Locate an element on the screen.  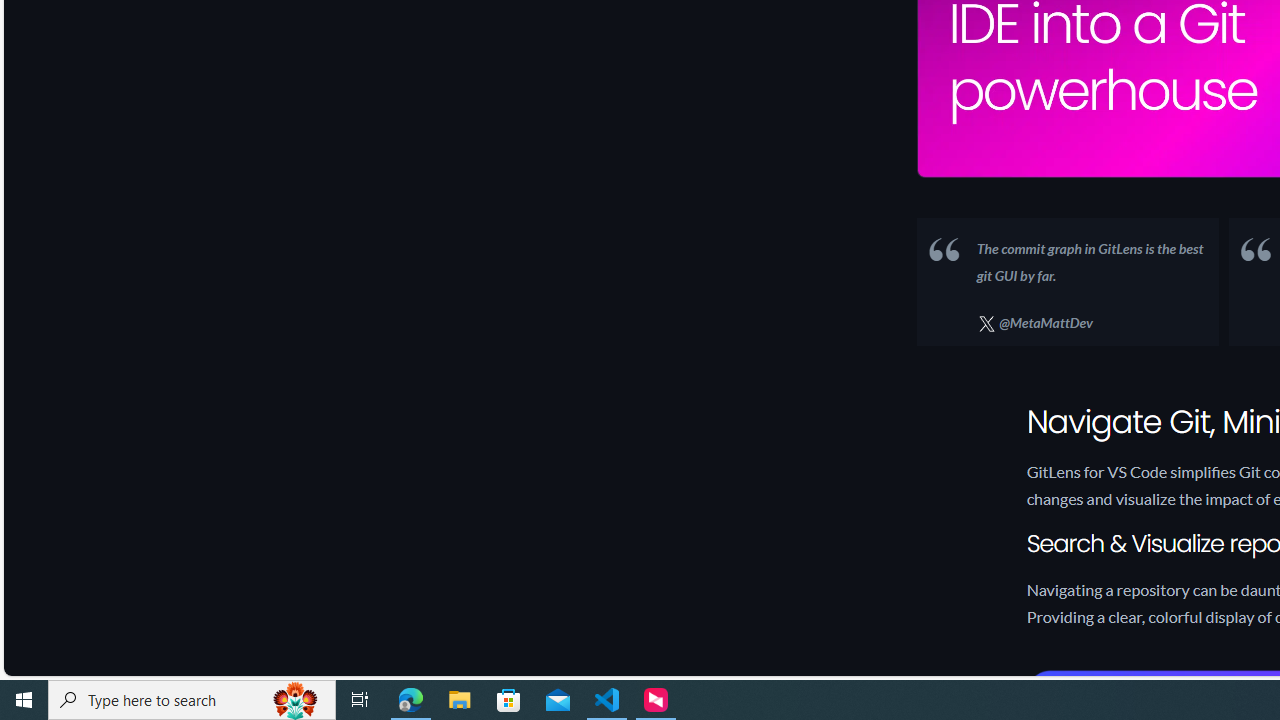
'Microsoft Store' is located at coordinates (509, 698).